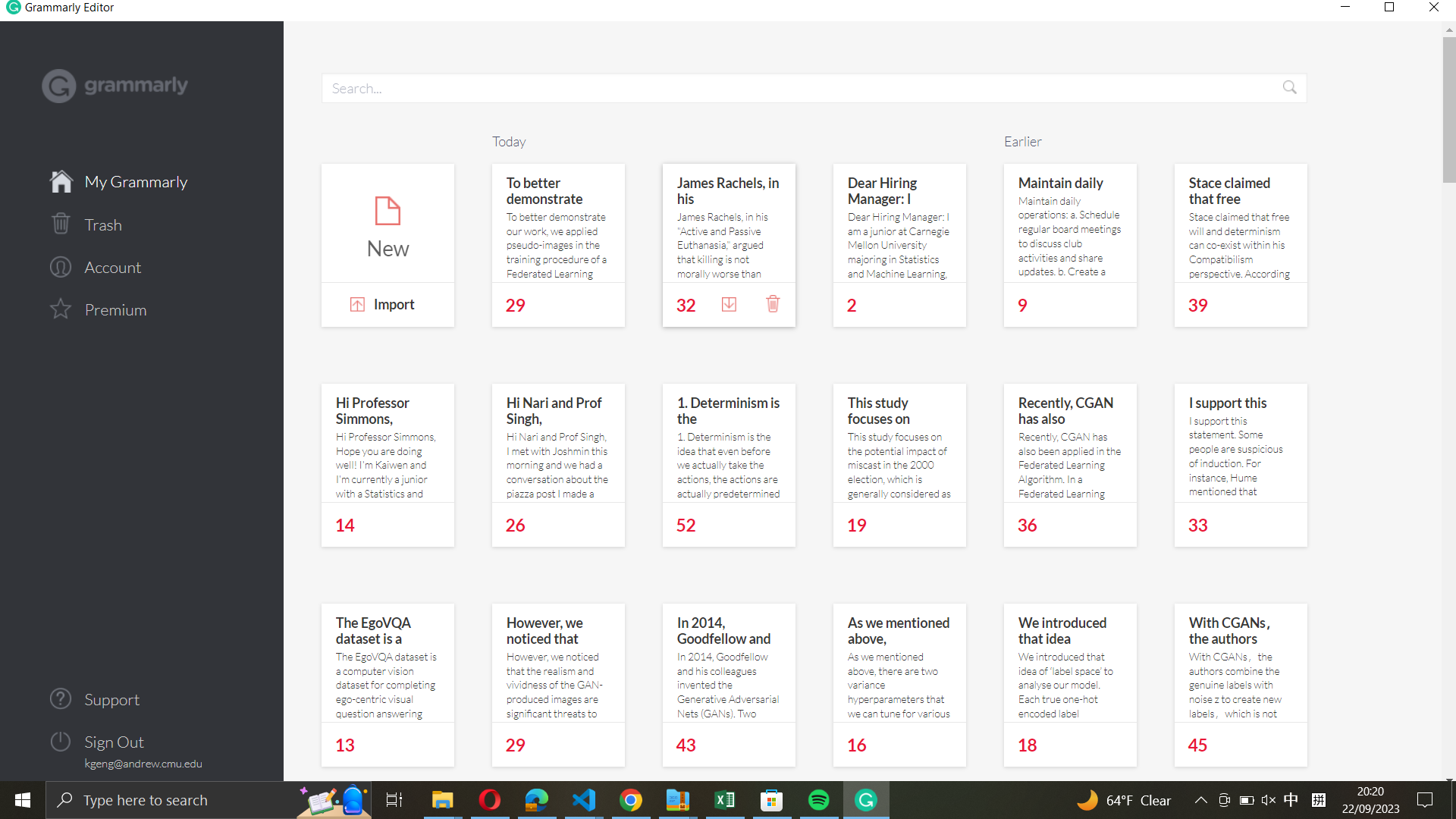  I want to click on the dustbin icon, so click(142, 223).